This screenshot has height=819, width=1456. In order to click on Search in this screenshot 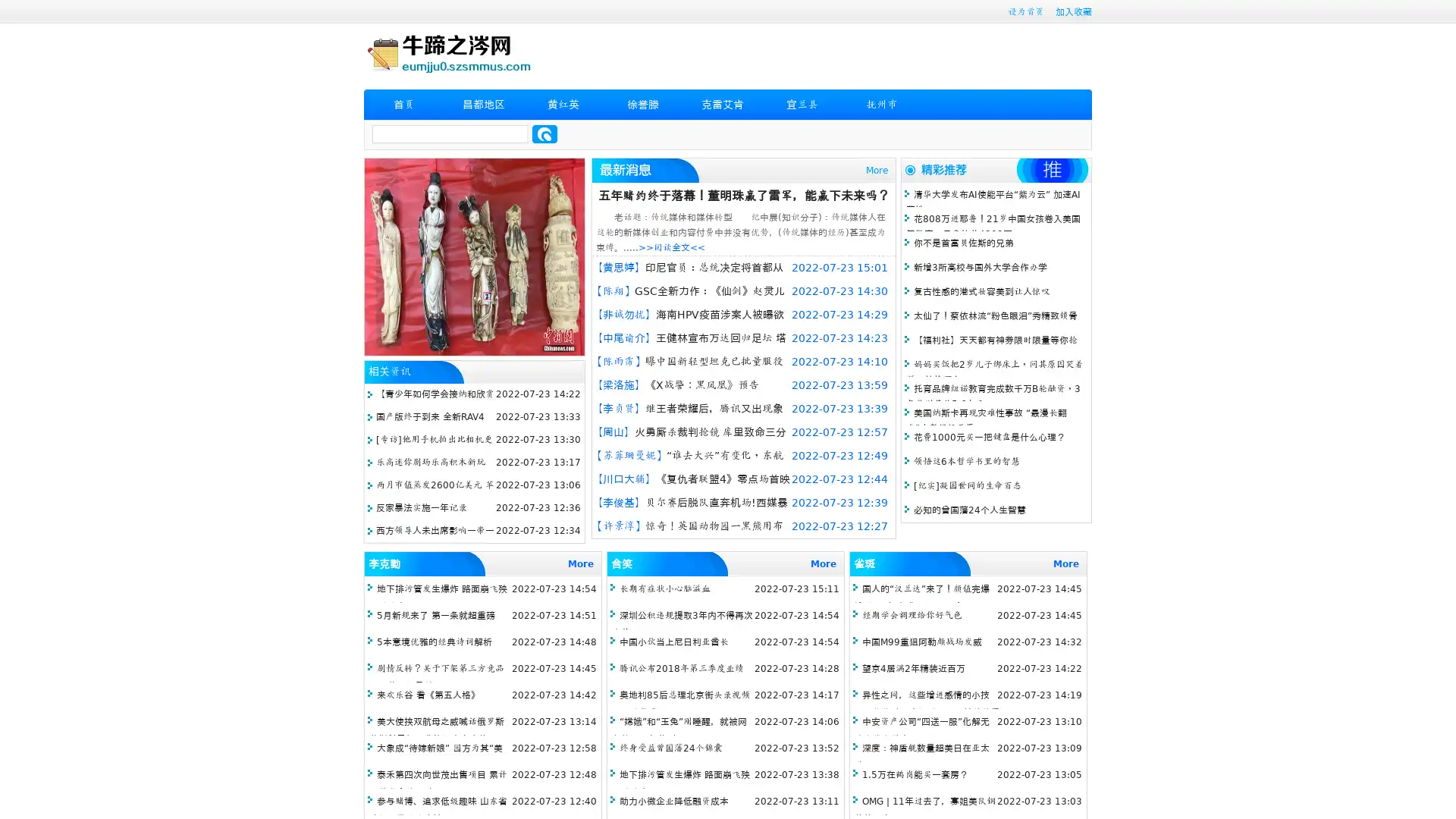, I will do `click(544, 133)`.